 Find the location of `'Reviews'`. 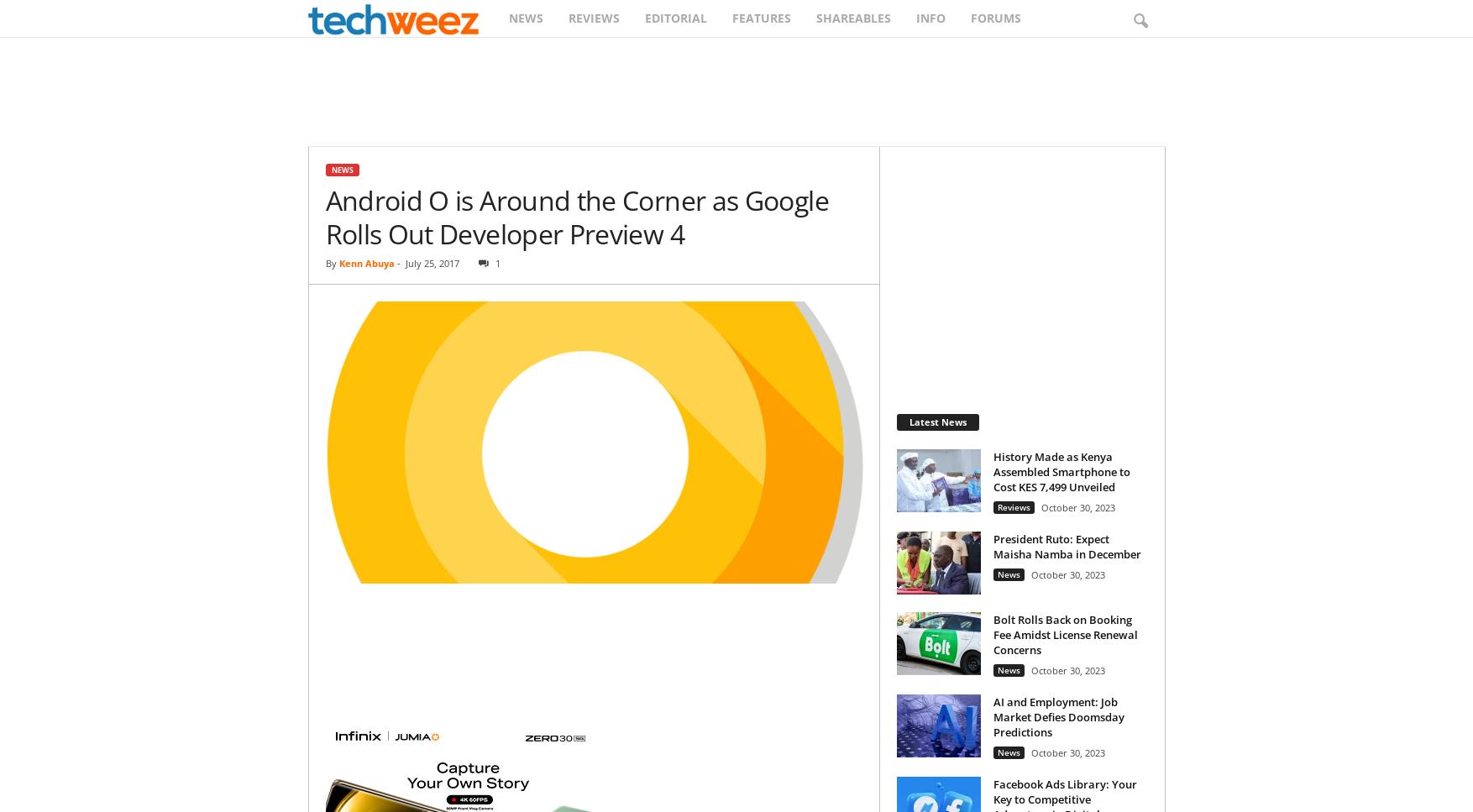

'Reviews' is located at coordinates (1012, 506).